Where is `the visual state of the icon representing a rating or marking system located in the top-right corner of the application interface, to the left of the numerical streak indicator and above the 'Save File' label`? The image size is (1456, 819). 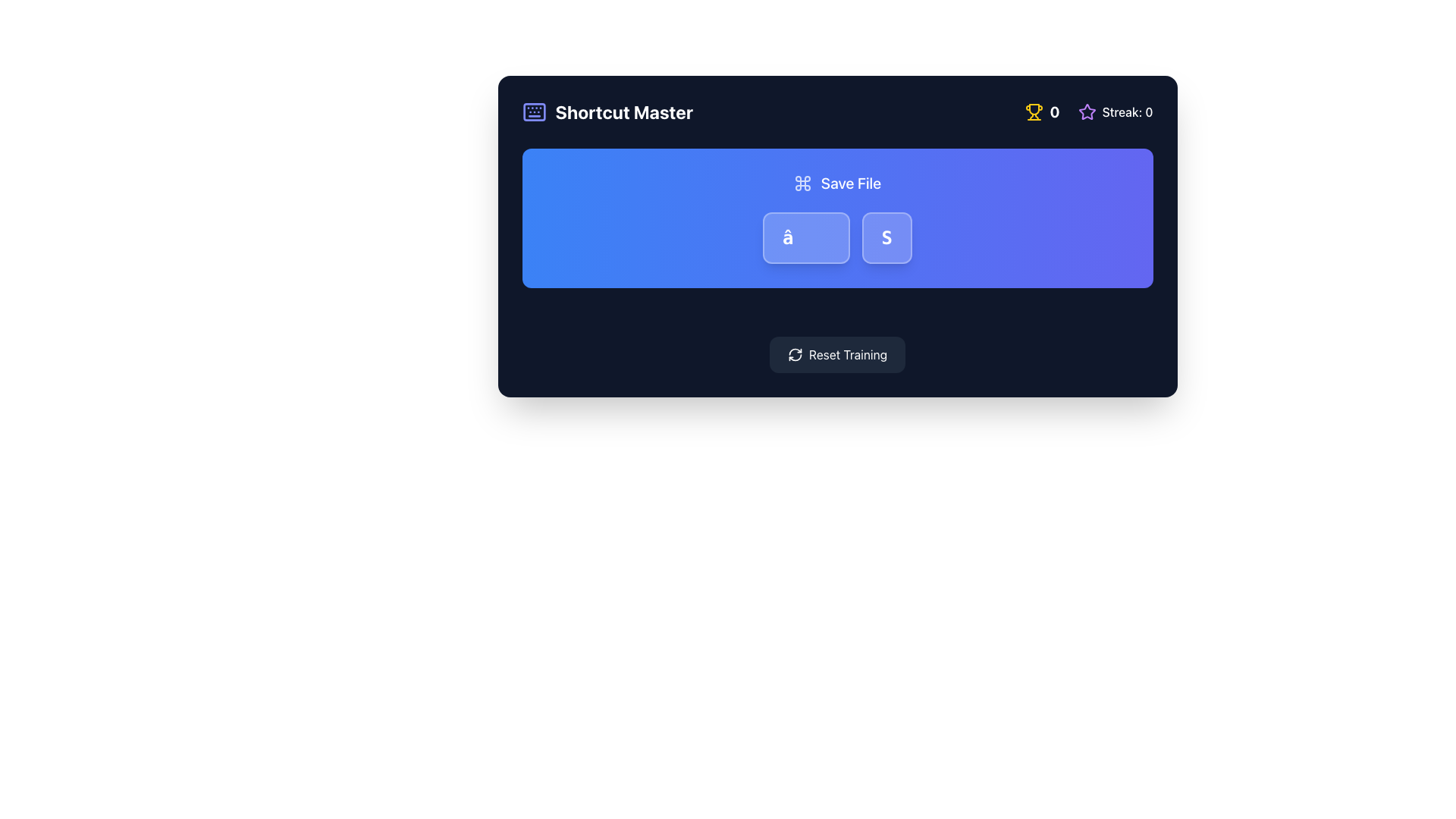
the visual state of the icon representing a rating or marking system located in the top-right corner of the application interface, to the left of the numerical streak indicator and above the 'Save File' label is located at coordinates (1086, 111).